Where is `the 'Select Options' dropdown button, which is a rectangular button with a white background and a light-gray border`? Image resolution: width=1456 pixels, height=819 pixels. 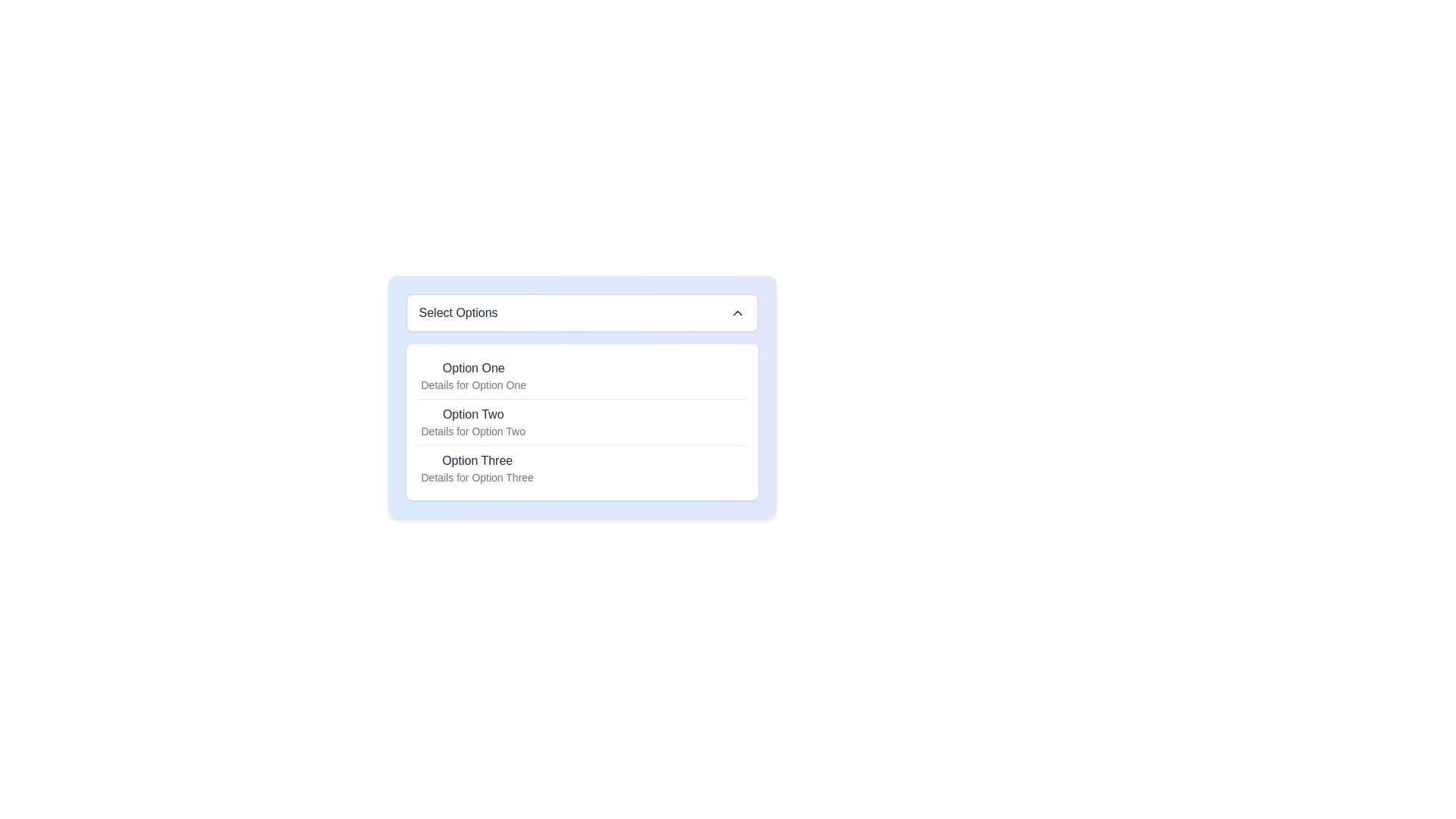
the 'Select Options' dropdown button, which is a rectangular button with a white background and a light-gray border is located at coordinates (581, 312).